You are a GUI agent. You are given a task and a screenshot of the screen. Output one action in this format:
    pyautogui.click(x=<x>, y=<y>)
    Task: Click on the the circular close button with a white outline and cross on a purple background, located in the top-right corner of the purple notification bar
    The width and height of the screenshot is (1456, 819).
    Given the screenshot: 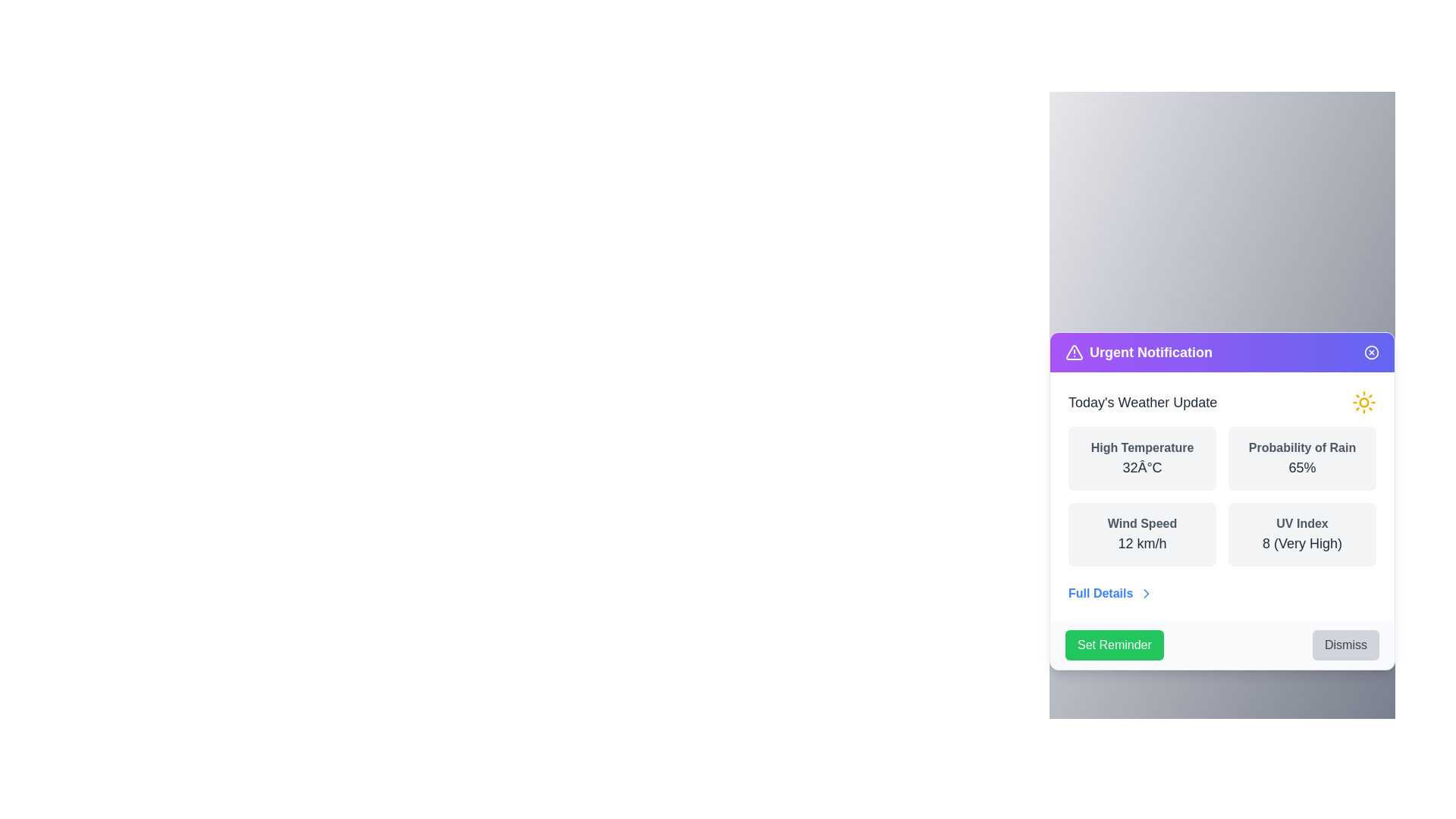 What is the action you would take?
    pyautogui.click(x=1372, y=353)
    